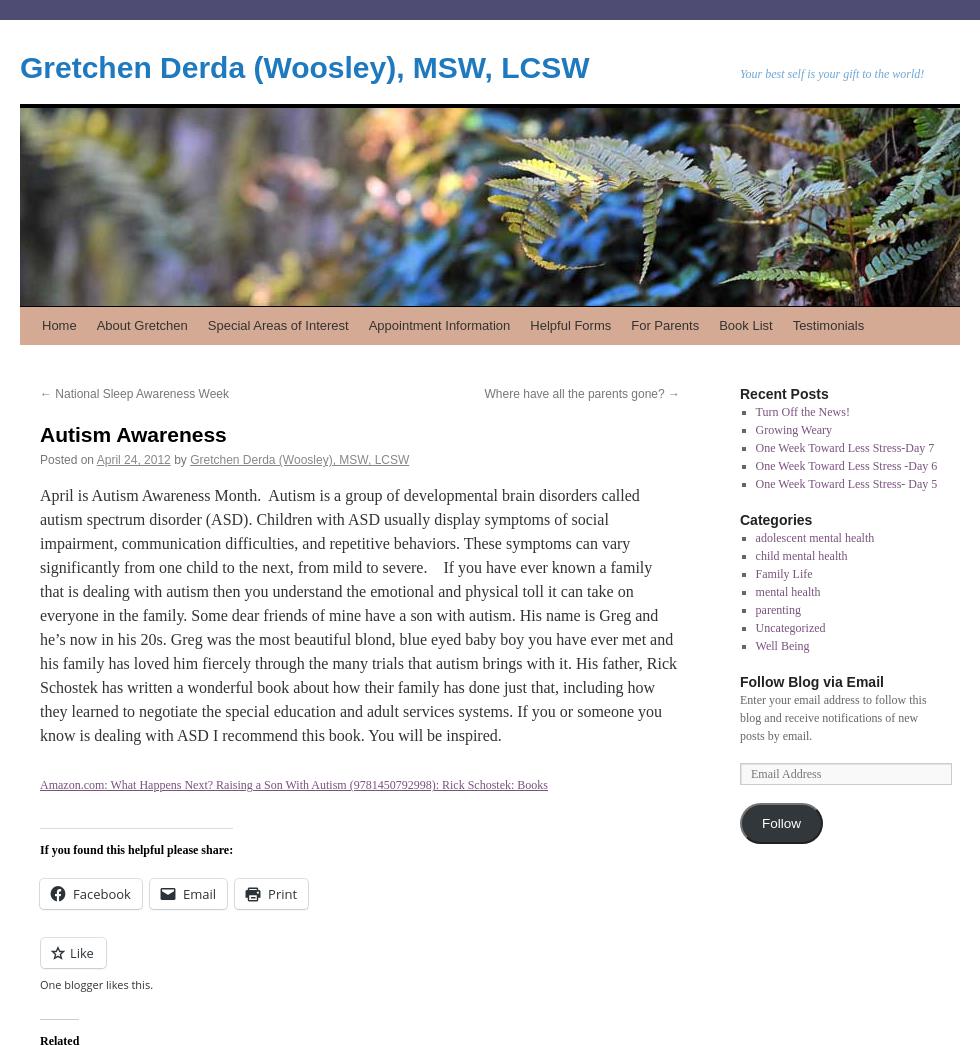  Describe the element at coordinates (39, 614) in the screenshot. I see `'April is Autism Awareness Month.  Autism is a group of developmental brain disorders called autism spectrum disorder (ASD). Children with ASD usually display symptoms of social impairment, communication difficulties, and repetitive behaviors. These symptoms can vary significantly from one child to the next, from mild to severe.    If you have ever known a family that is dealing with autism then you understand the emotional and physical toll it can take on everyone in the family. Some dear friends of mine have a son with autism. His name is Greg and he’s now in his 20s. Greg was the most beautiful blond, blue eyed baby boy you have ever met and his family has loved him fiercely through the many trials that autism brings with it. His father, Rick Schostek has written a wonderful book about how their family has done just that, including how they learned to negotiate the special education and adult services systems. If you or someone you know is dealing with ASD I recommend this book. You will be inspired.'` at that location.